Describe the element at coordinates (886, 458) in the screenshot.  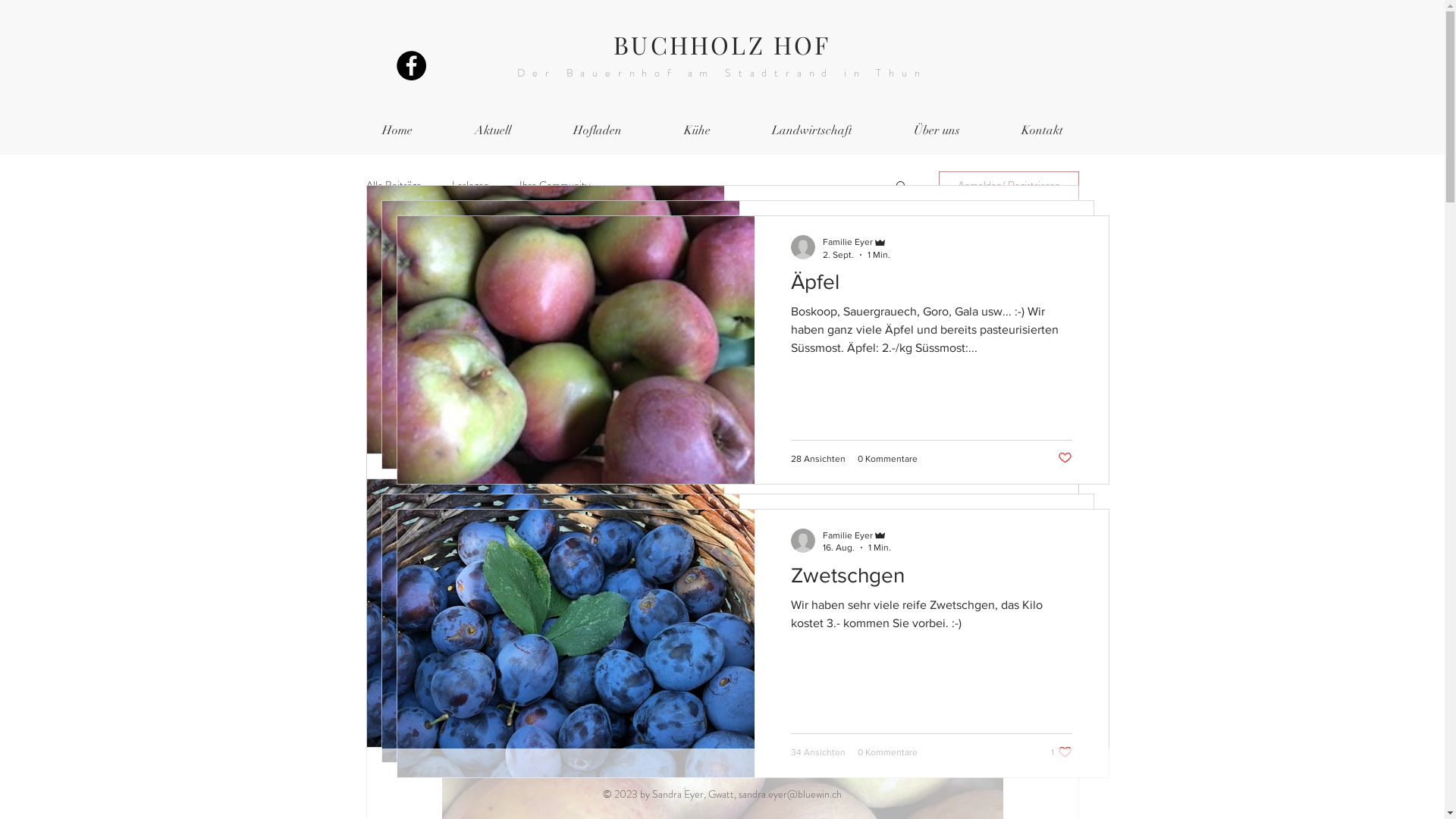
I see `'0 Kommentare'` at that location.